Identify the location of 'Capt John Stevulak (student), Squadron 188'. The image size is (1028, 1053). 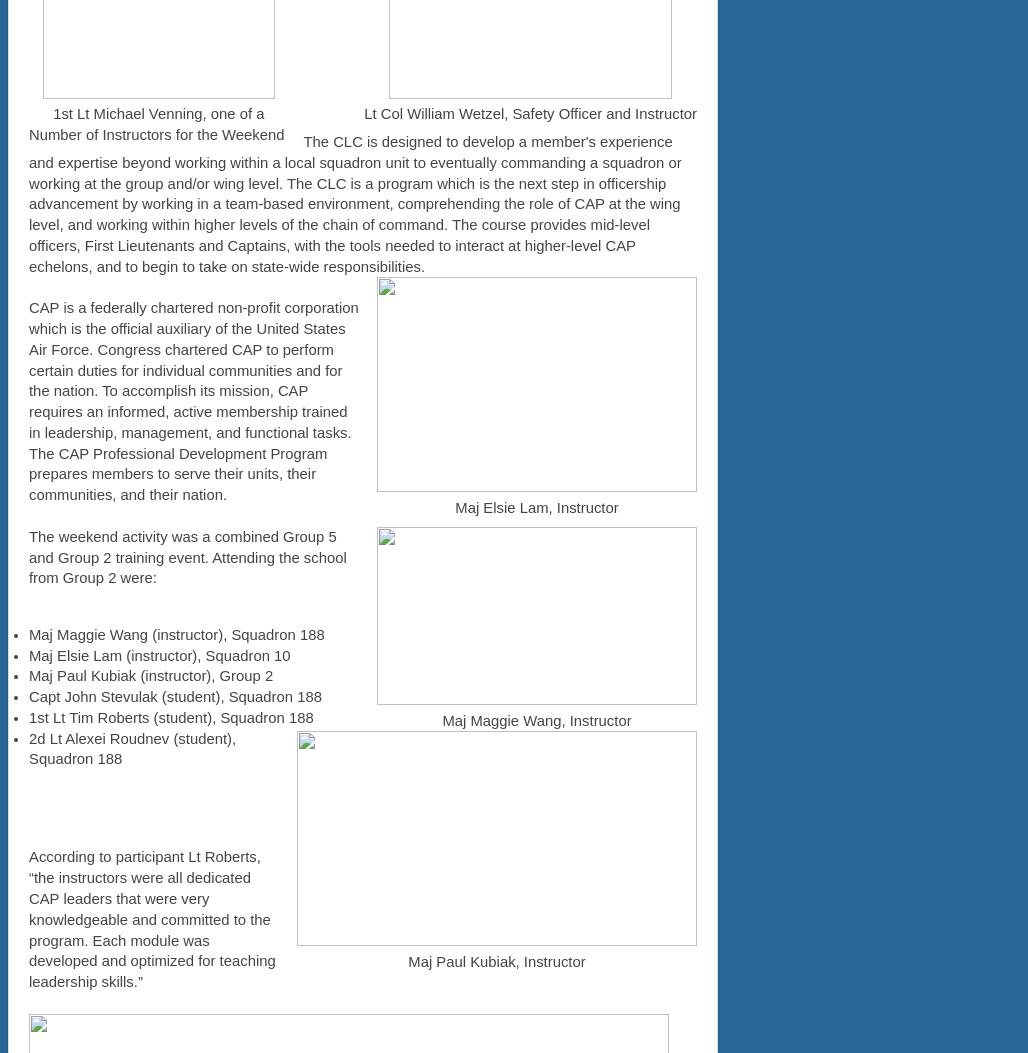
(174, 696).